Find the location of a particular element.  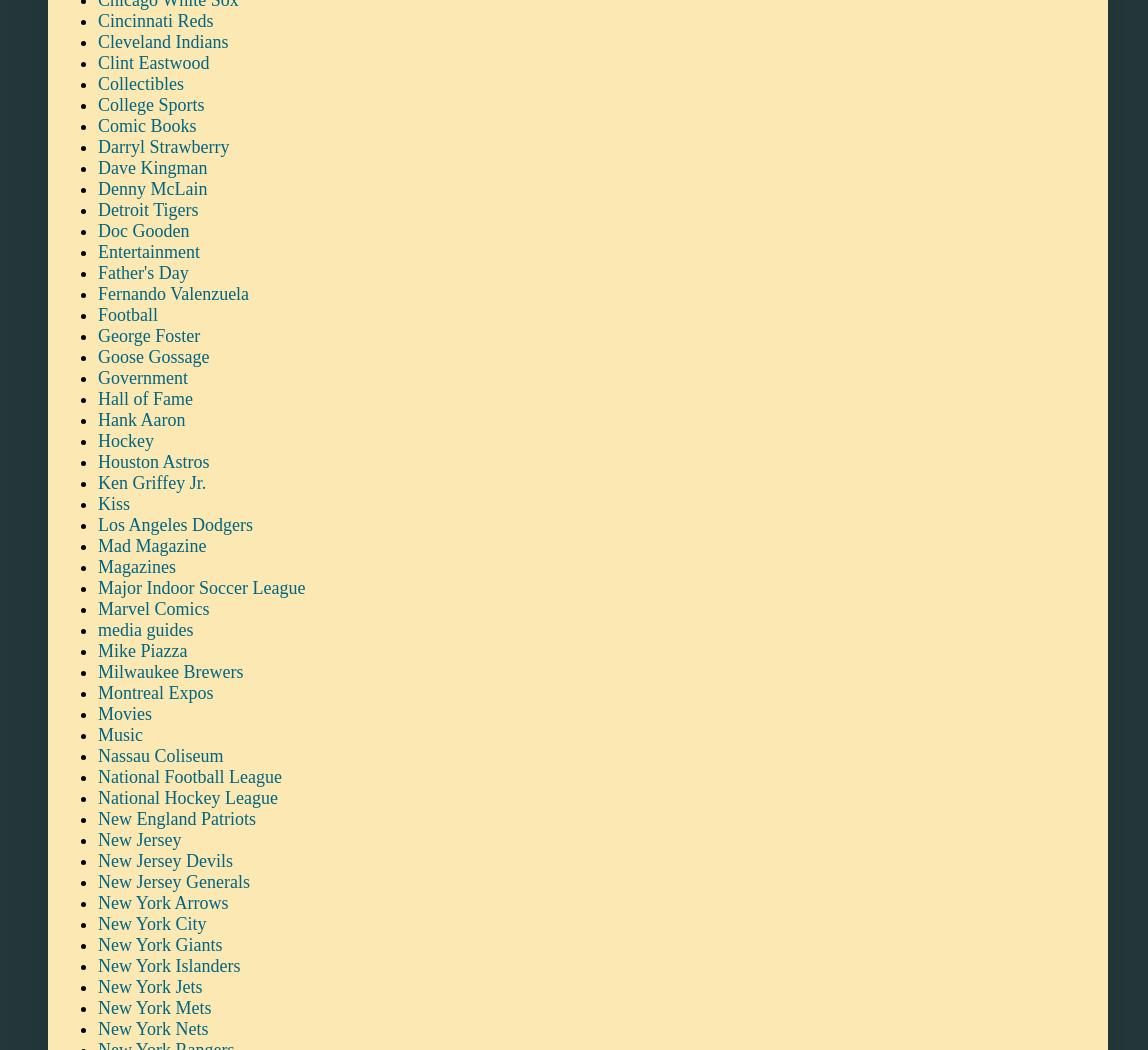

'Dave Kingman' is located at coordinates (152, 166).